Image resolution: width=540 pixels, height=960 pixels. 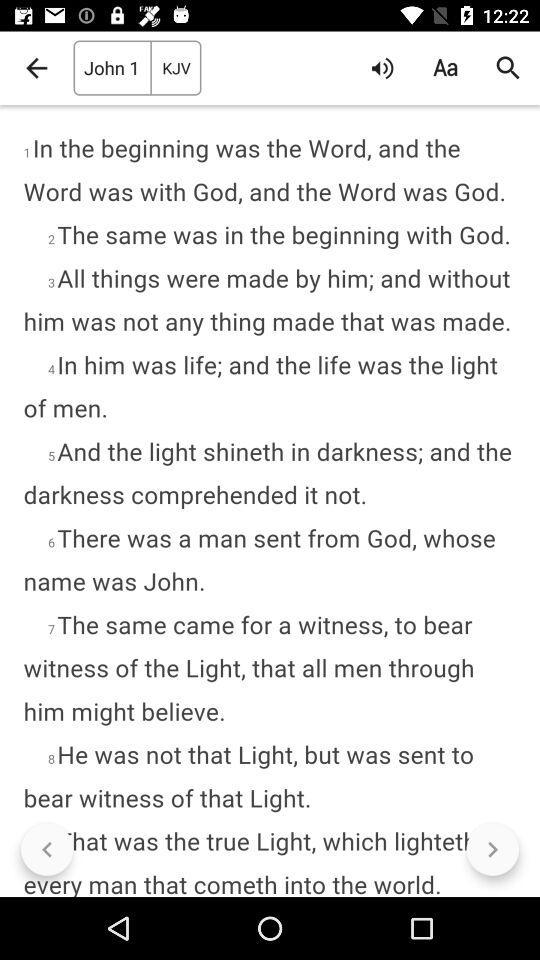 What do you see at coordinates (270, 500) in the screenshot?
I see `the item at the center` at bounding box center [270, 500].